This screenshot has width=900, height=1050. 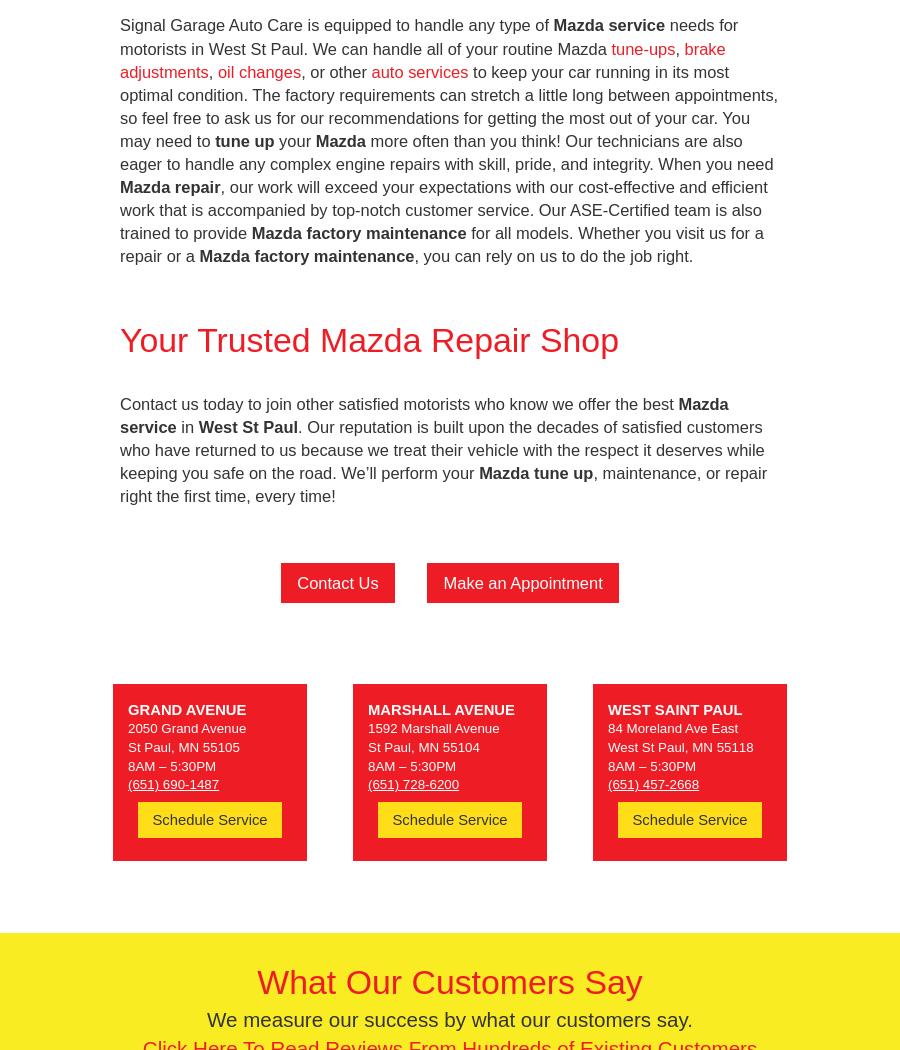 What do you see at coordinates (127, 727) in the screenshot?
I see `'2050 Grand Avenue'` at bounding box center [127, 727].